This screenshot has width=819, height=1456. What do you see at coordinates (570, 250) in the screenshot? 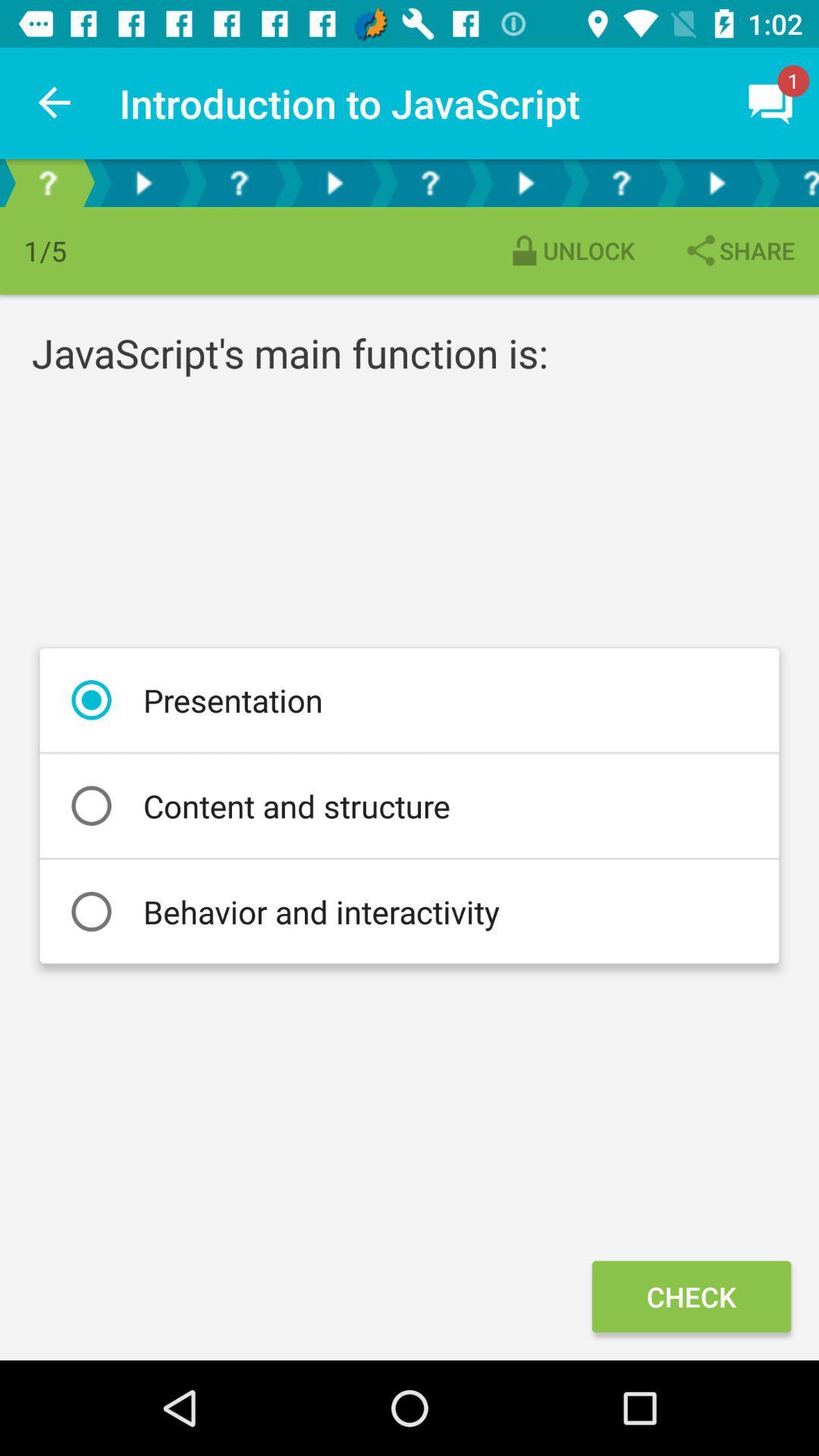
I see `the icon to the left of the share icon` at bounding box center [570, 250].